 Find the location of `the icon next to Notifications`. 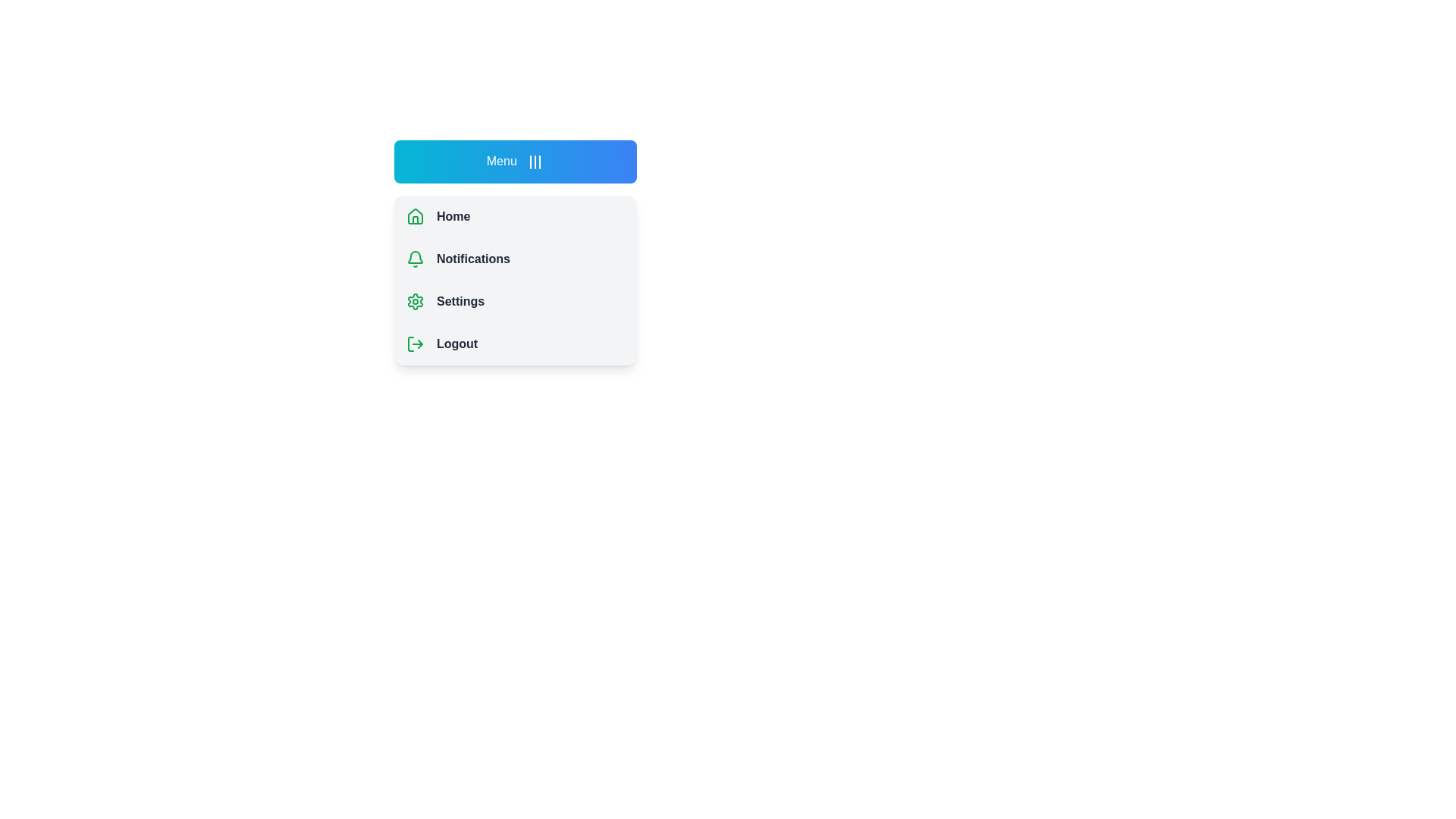

the icon next to Notifications is located at coordinates (415, 258).